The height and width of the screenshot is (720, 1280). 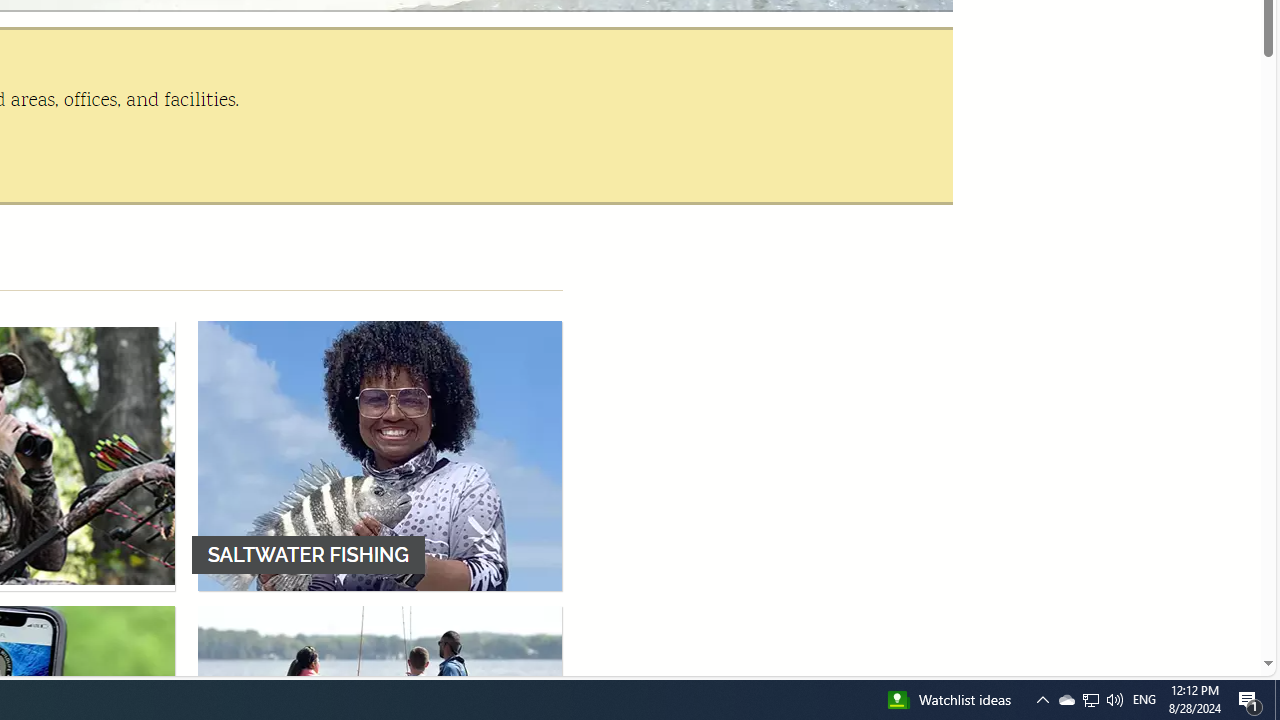 What do you see at coordinates (380, 455) in the screenshot?
I see `'SALTWATER FISHING'` at bounding box center [380, 455].